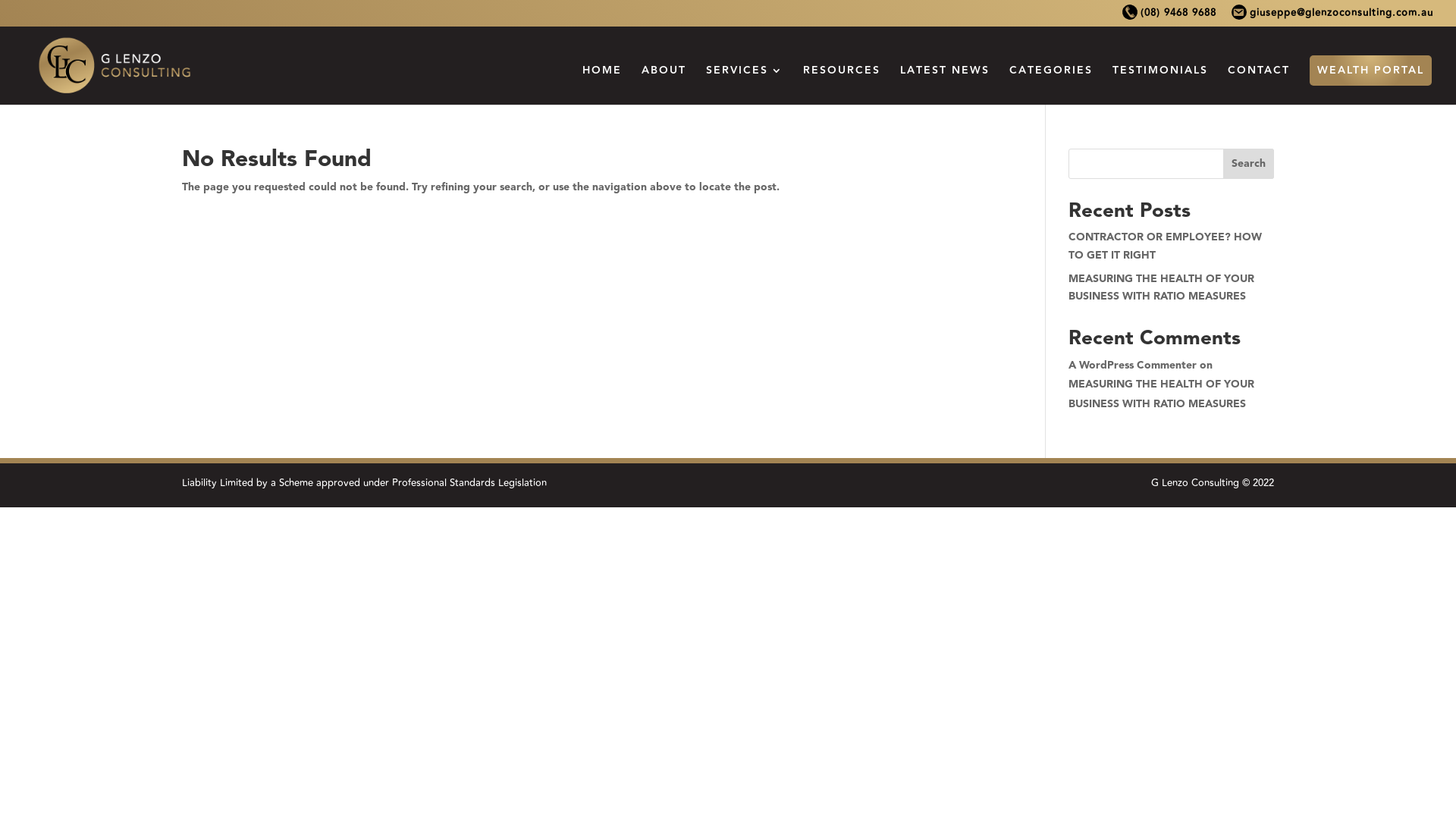 The width and height of the screenshot is (1456, 819). I want to click on 'CONTACT', so click(1259, 84).